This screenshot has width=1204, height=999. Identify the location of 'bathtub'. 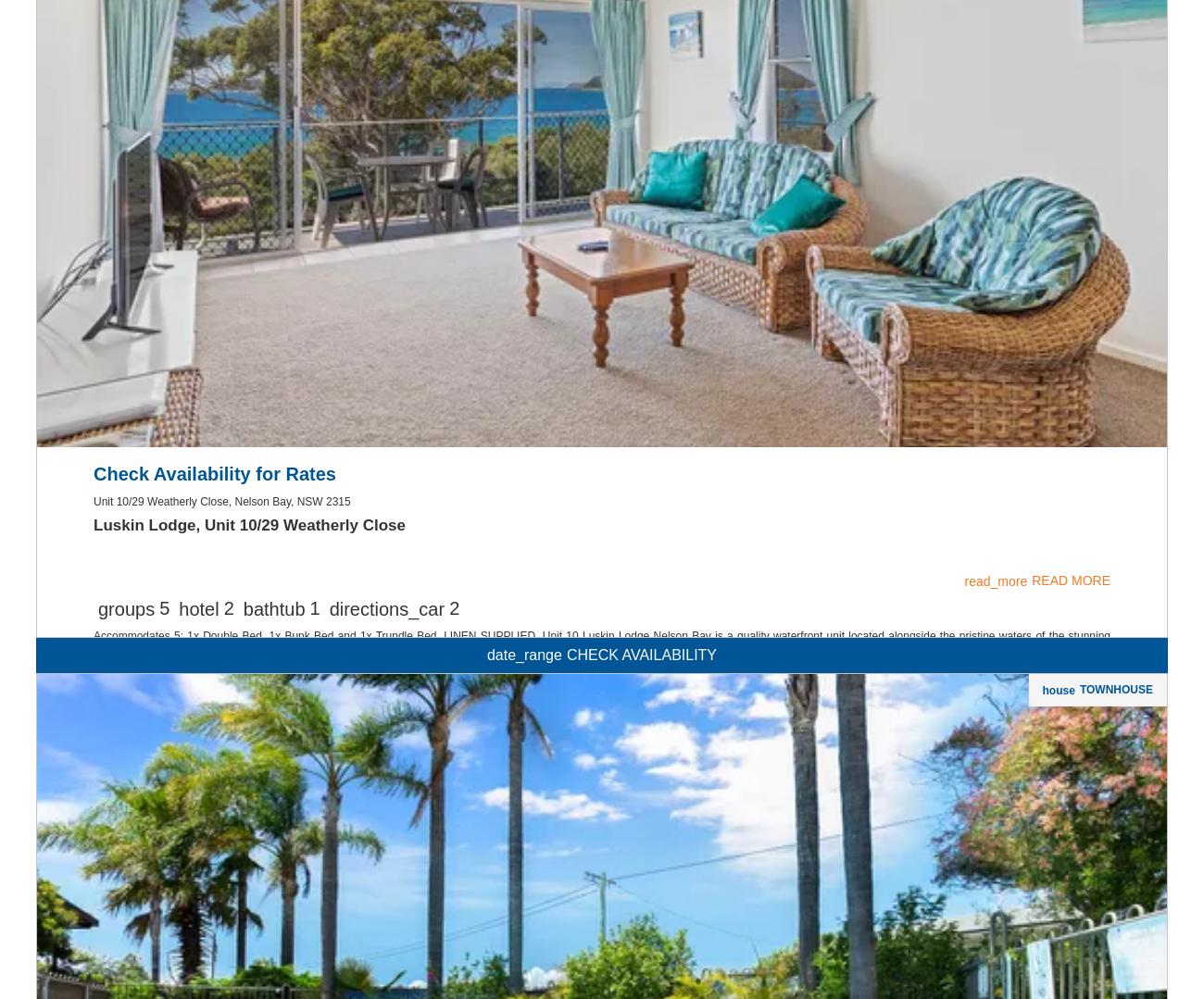
(273, 846).